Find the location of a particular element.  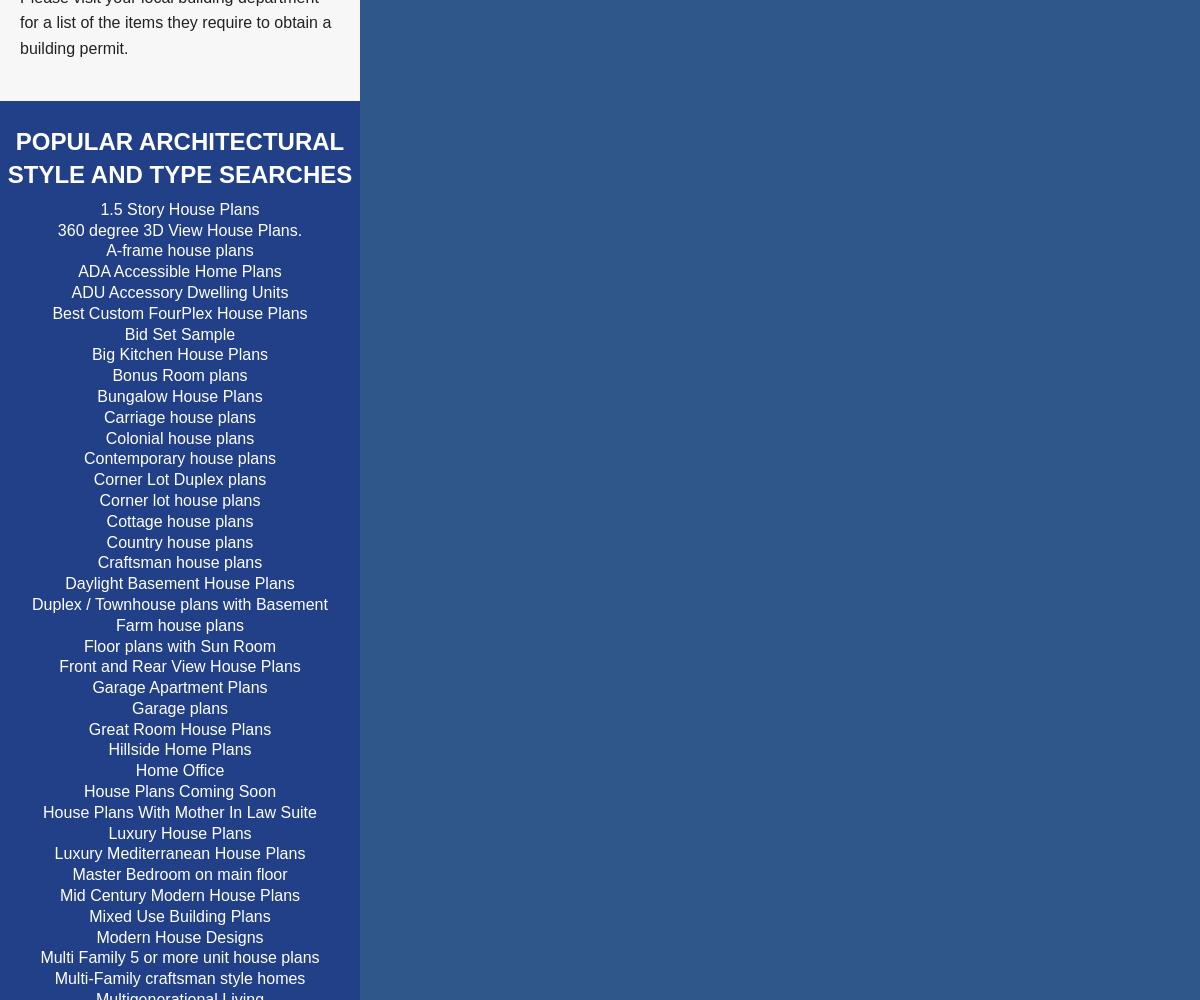

'House Plans Coming Soon' is located at coordinates (178, 791).